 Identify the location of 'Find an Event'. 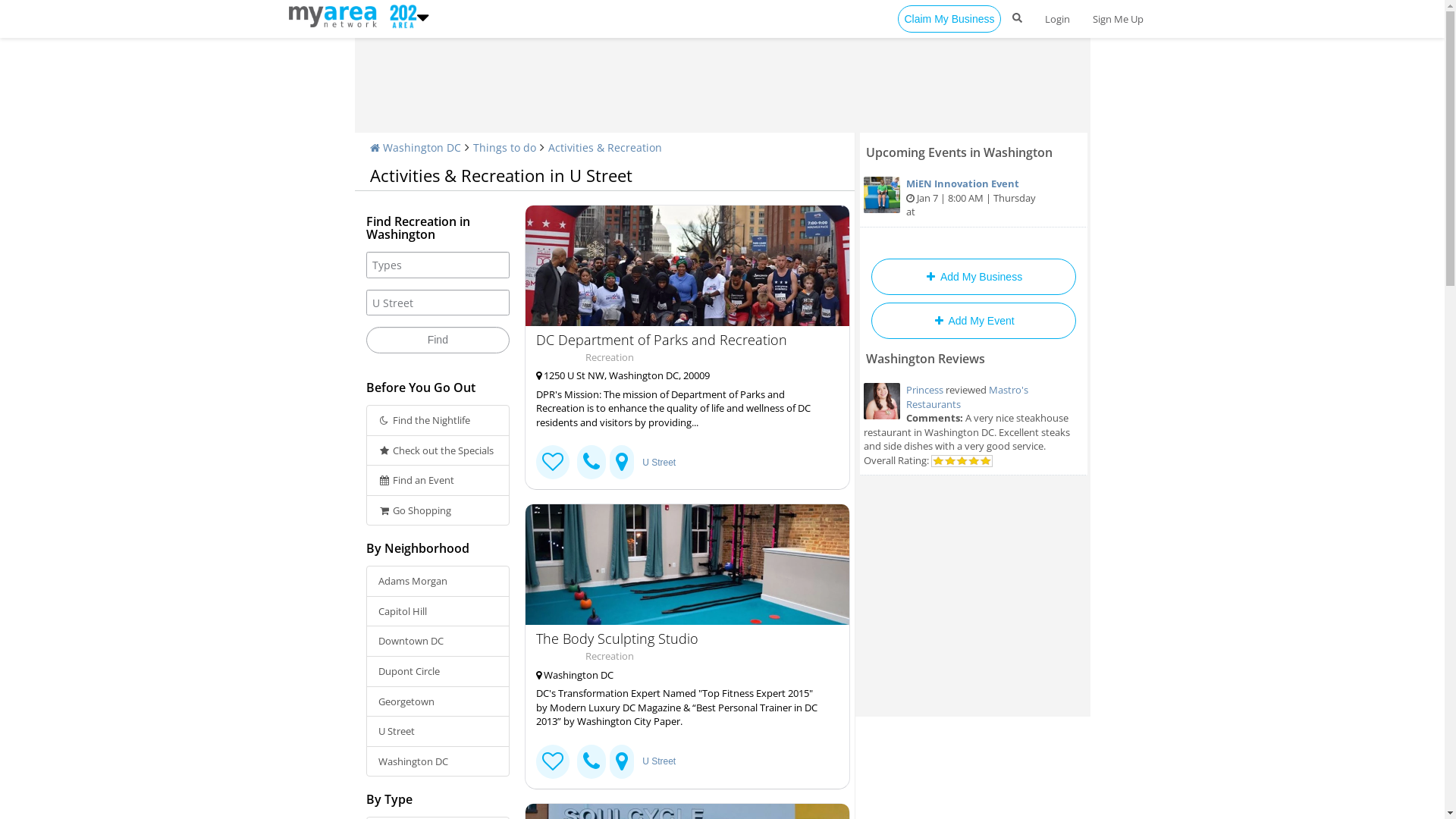
(436, 480).